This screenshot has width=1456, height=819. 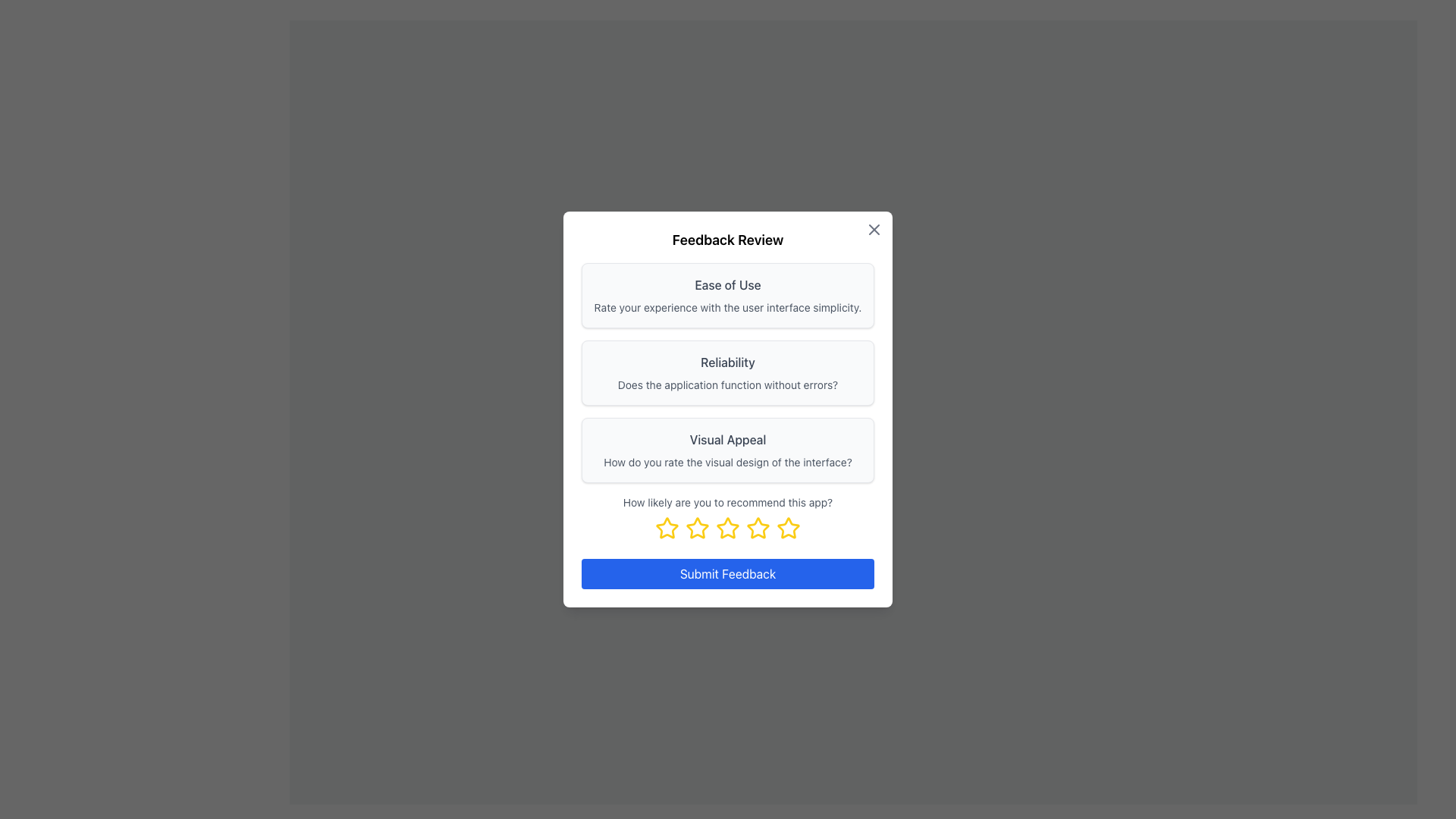 What do you see at coordinates (789, 528) in the screenshot?
I see `the fifth yellow outlined star in the rating interface` at bounding box center [789, 528].